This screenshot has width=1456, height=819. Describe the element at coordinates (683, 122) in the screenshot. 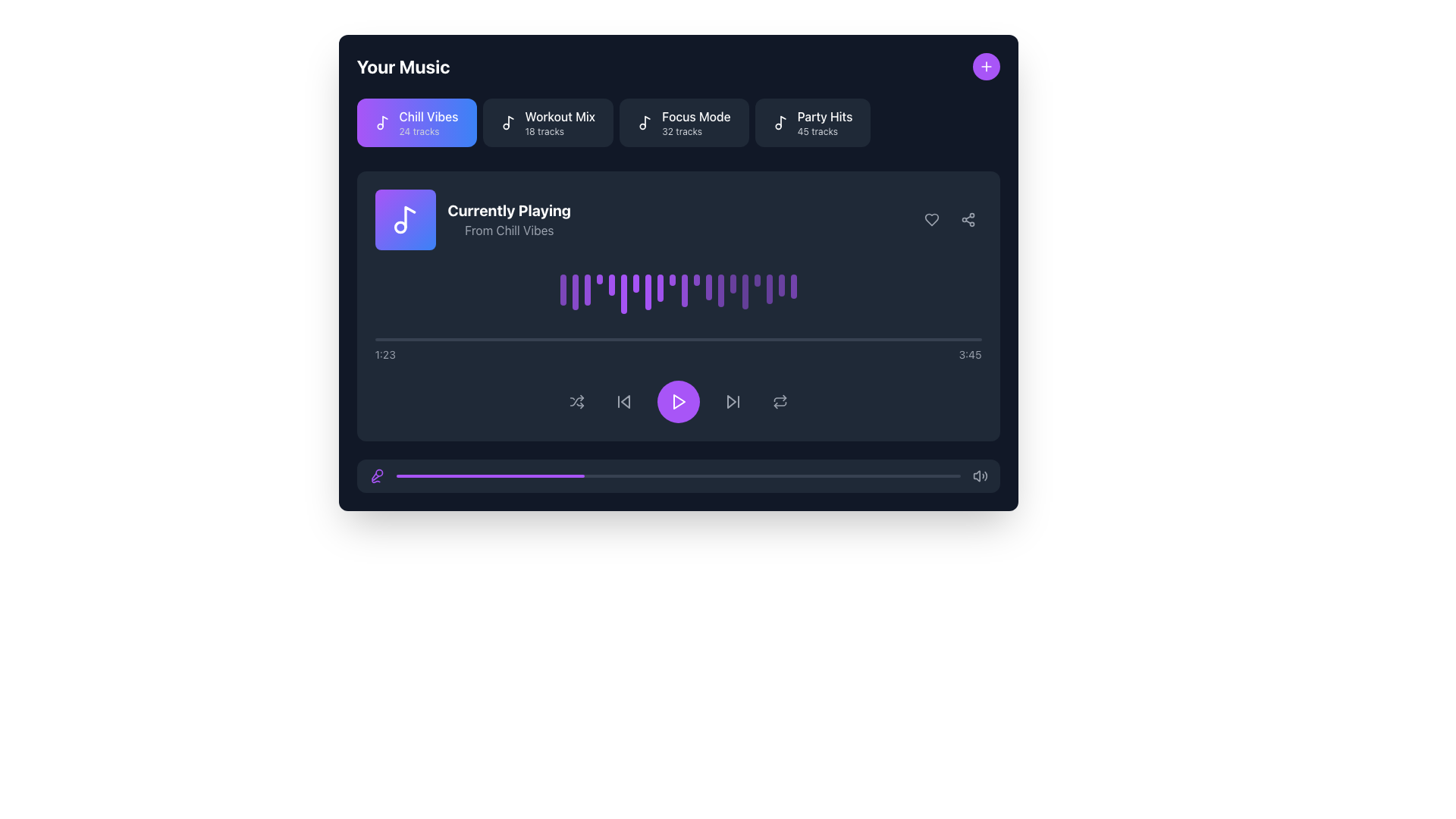

I see `the 'Focus Mode' button` at that location.